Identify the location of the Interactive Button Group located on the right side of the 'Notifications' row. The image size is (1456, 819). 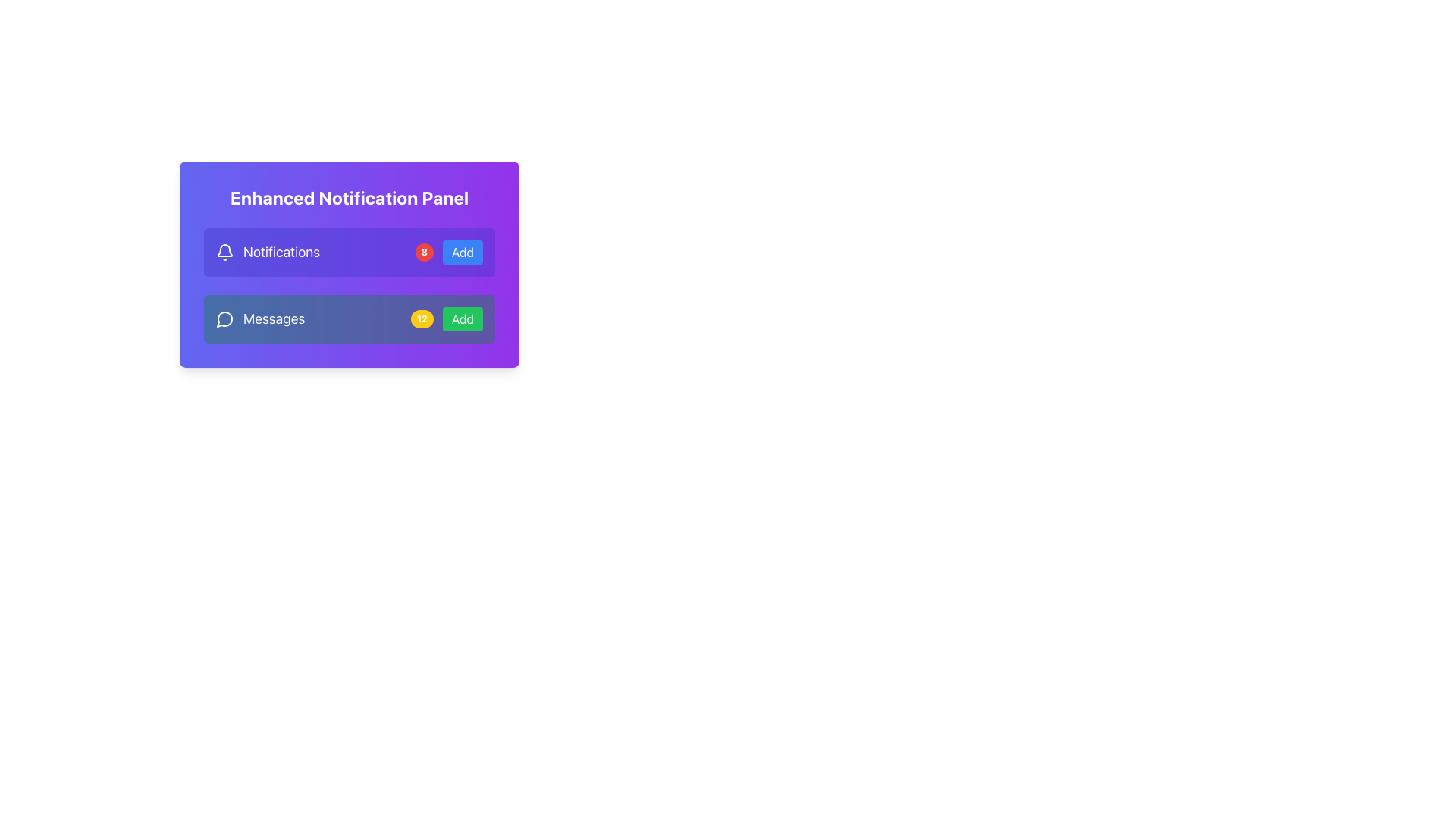
(448, 251).